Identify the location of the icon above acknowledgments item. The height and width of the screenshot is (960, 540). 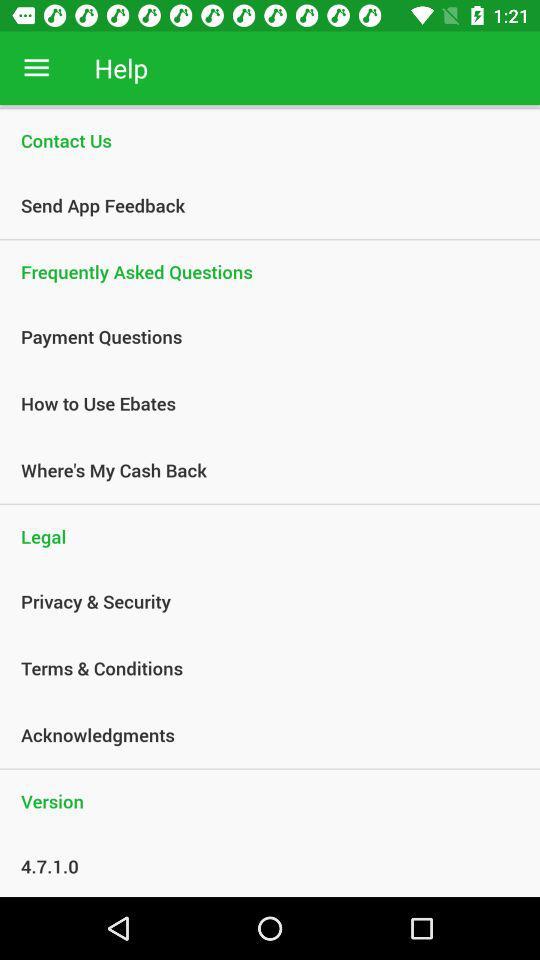
(259, 668).